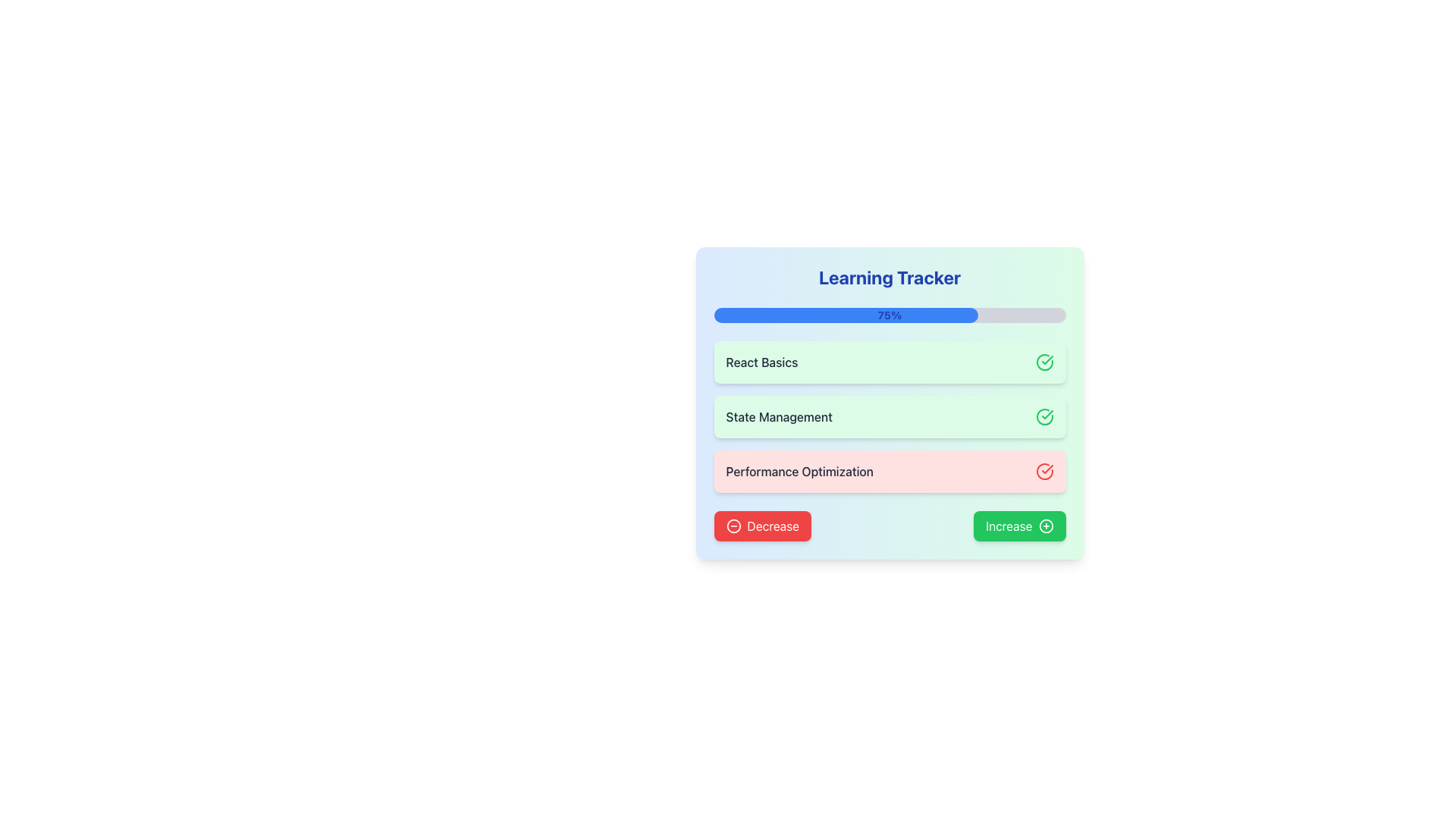 This screenshot has height=819, width=1456. What do you see at coordinates (1043, 362) in the screenshot?
I see `the green checkmark icon located at the far right of the 'React Basics' panel, which indicates task completion` at bounding box center [1043, 362].